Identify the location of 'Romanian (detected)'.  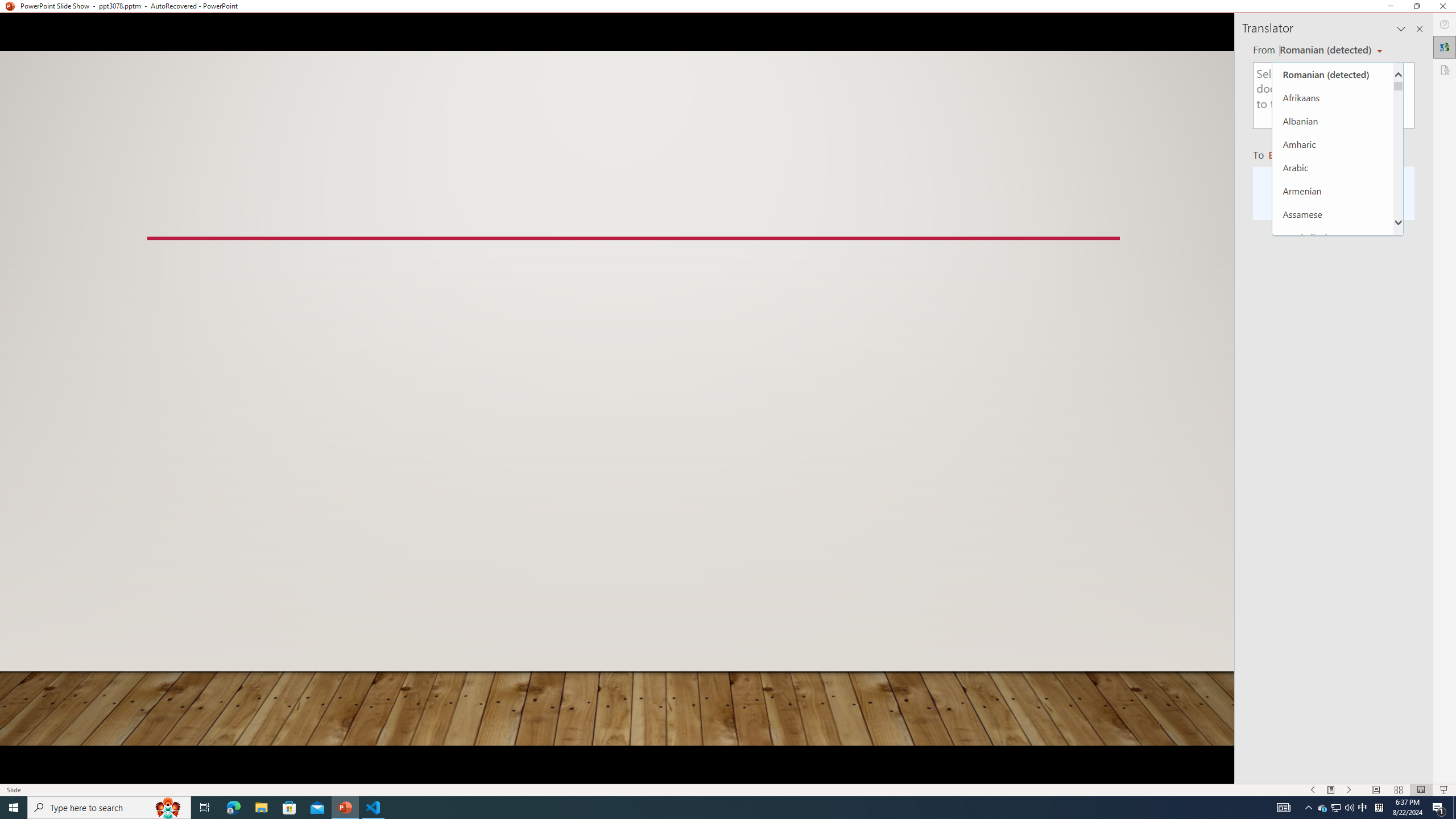
(1333, 74).